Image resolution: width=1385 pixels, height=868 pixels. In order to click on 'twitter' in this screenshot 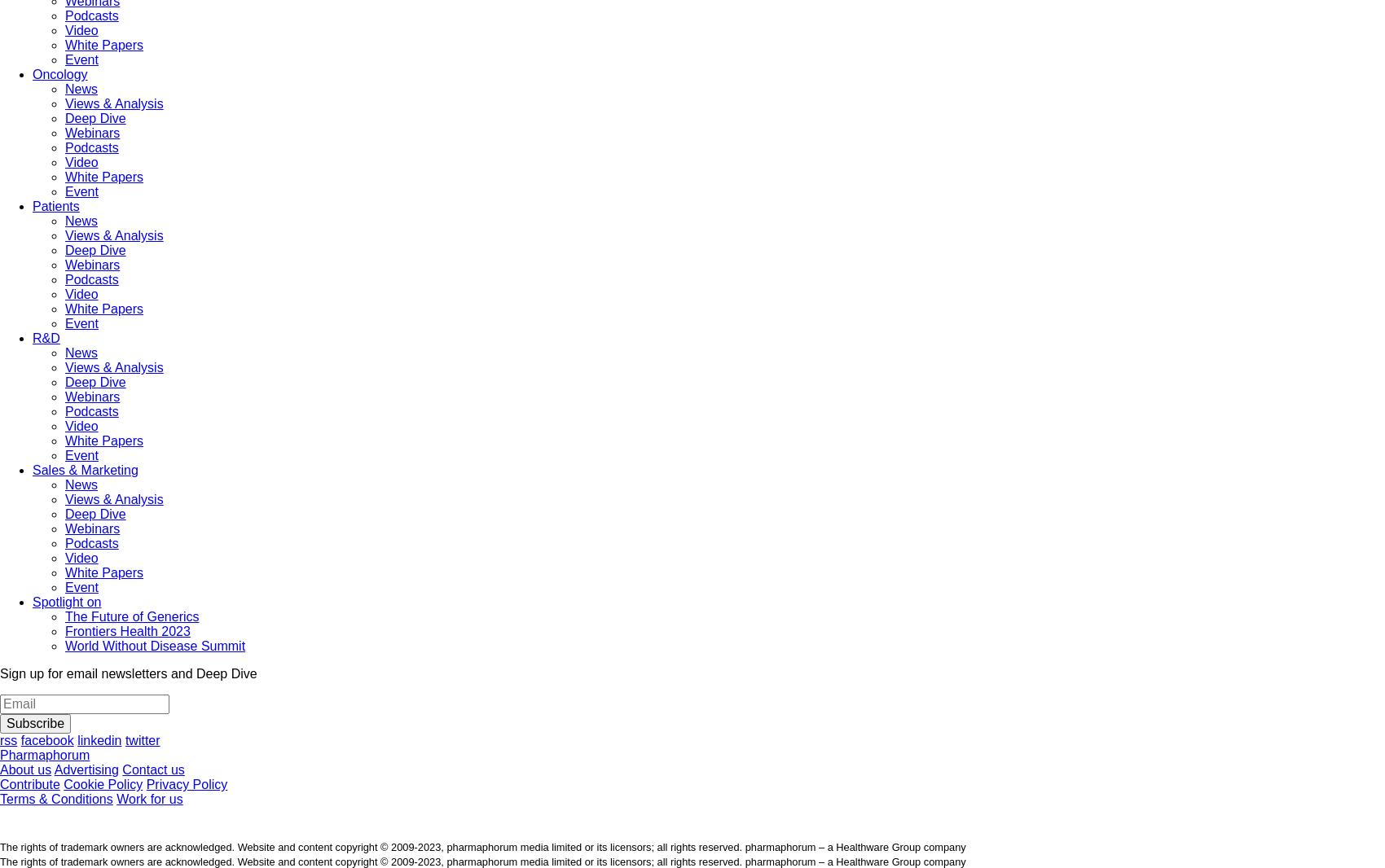, I will do `click(124, 740)`.